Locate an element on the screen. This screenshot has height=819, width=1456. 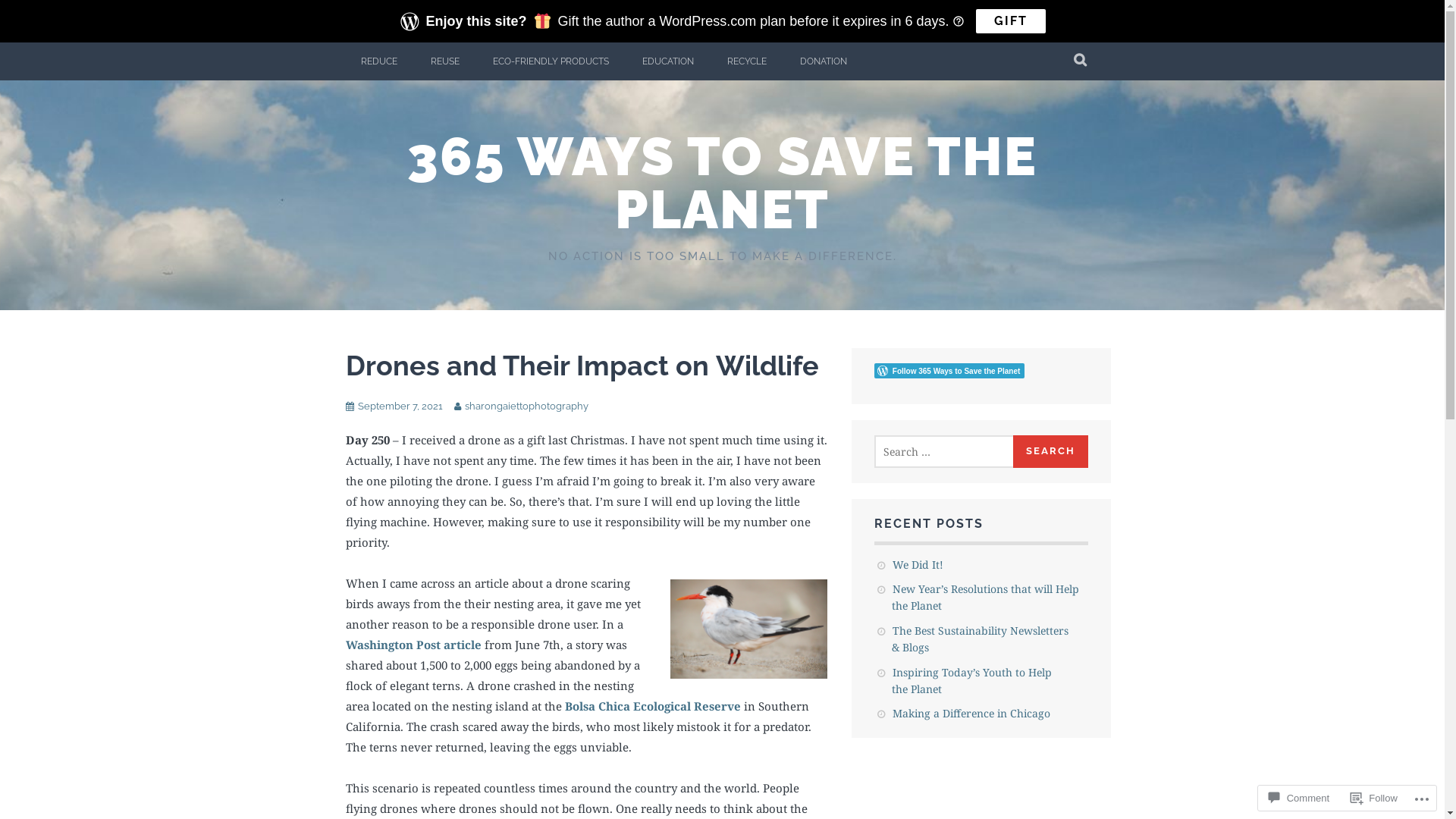
'The Best Sustainability Newsletters & Blogs' is located at coordinates (980, 639).